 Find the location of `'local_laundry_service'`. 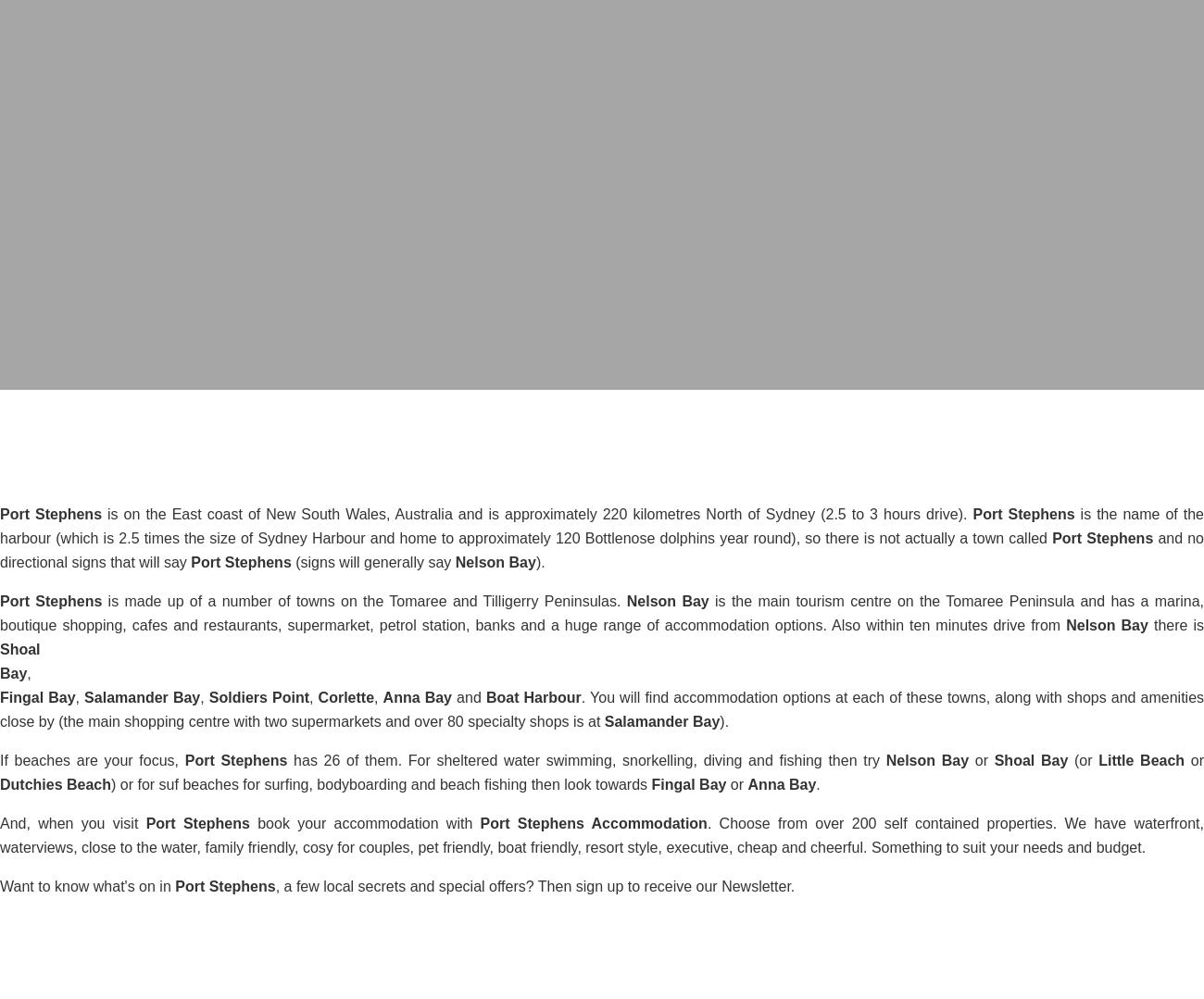

'local_laundry_service' is located at coordinates (601, 361).